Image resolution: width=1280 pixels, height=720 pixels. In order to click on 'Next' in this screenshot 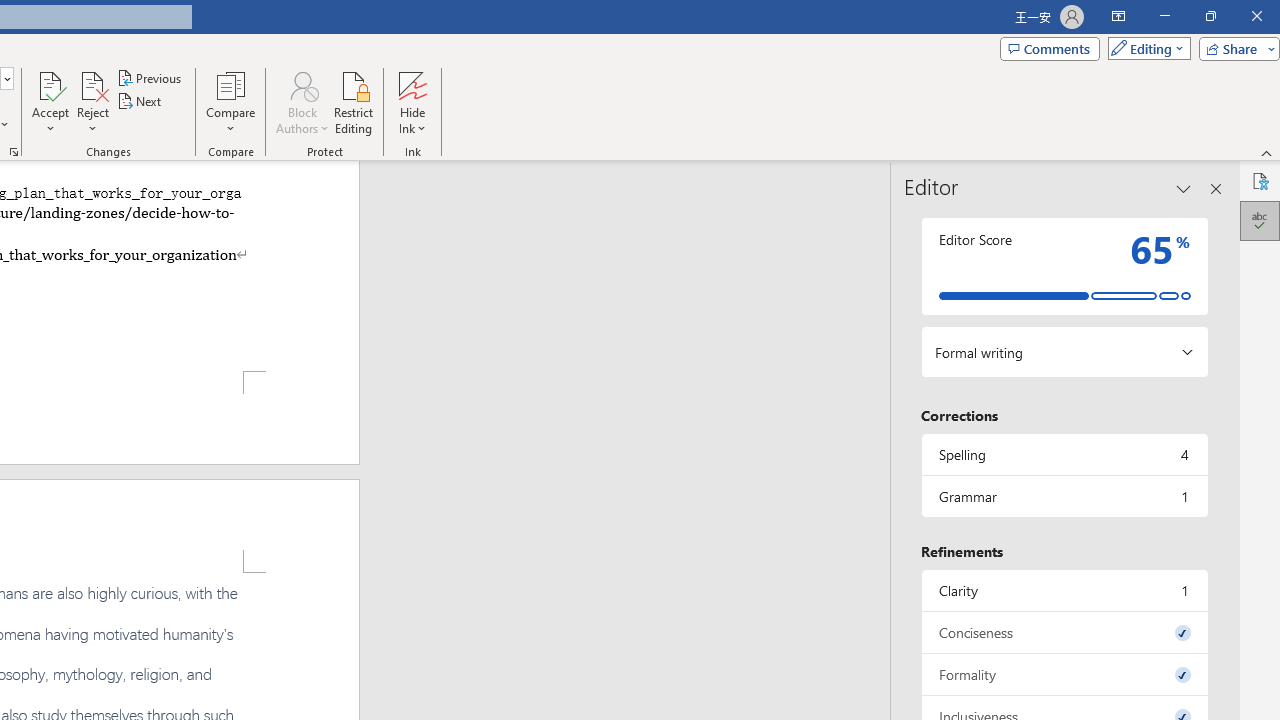, I will do `click(139, 101)`.